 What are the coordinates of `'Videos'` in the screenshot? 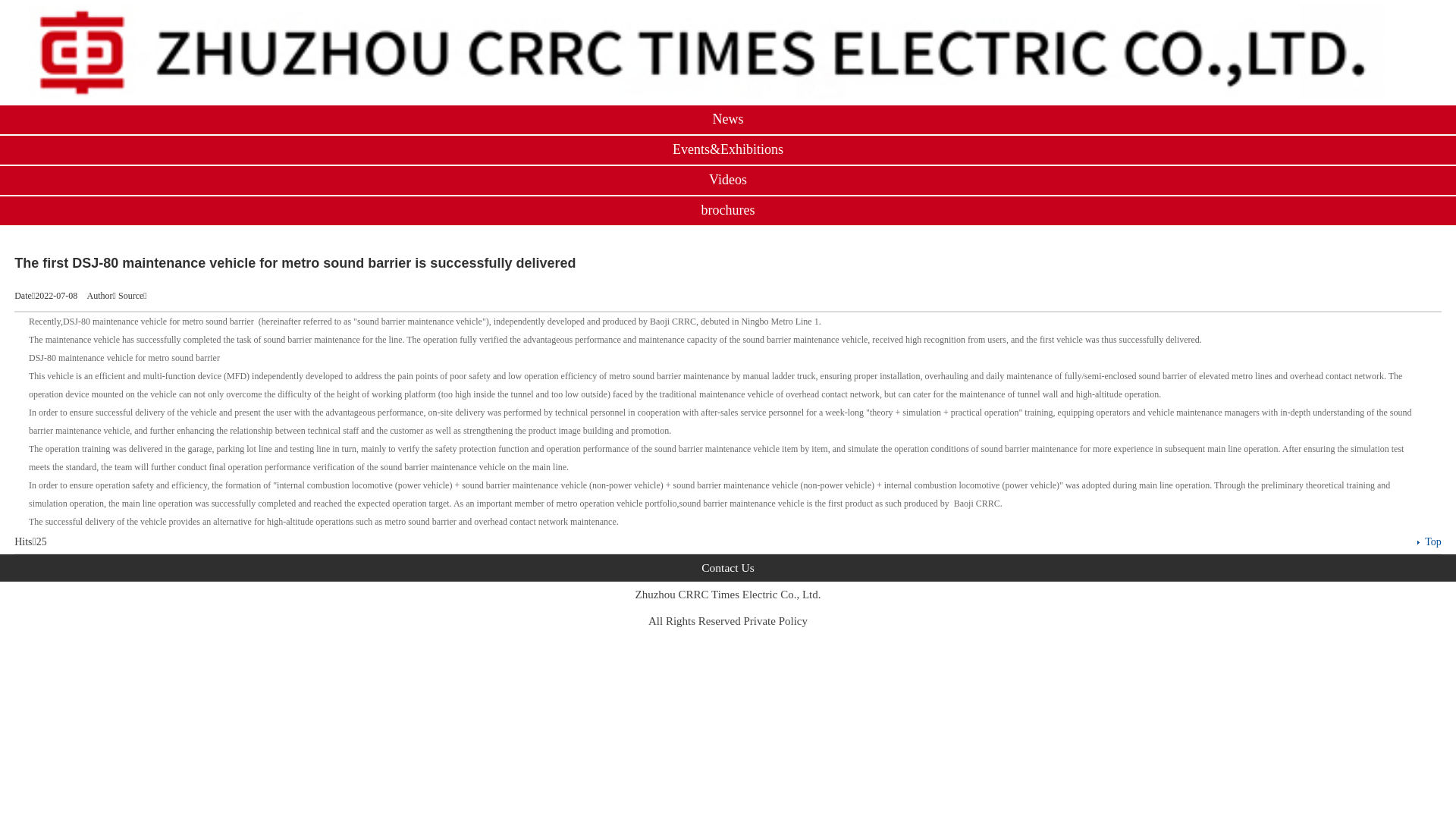 It's located at (728, 178).